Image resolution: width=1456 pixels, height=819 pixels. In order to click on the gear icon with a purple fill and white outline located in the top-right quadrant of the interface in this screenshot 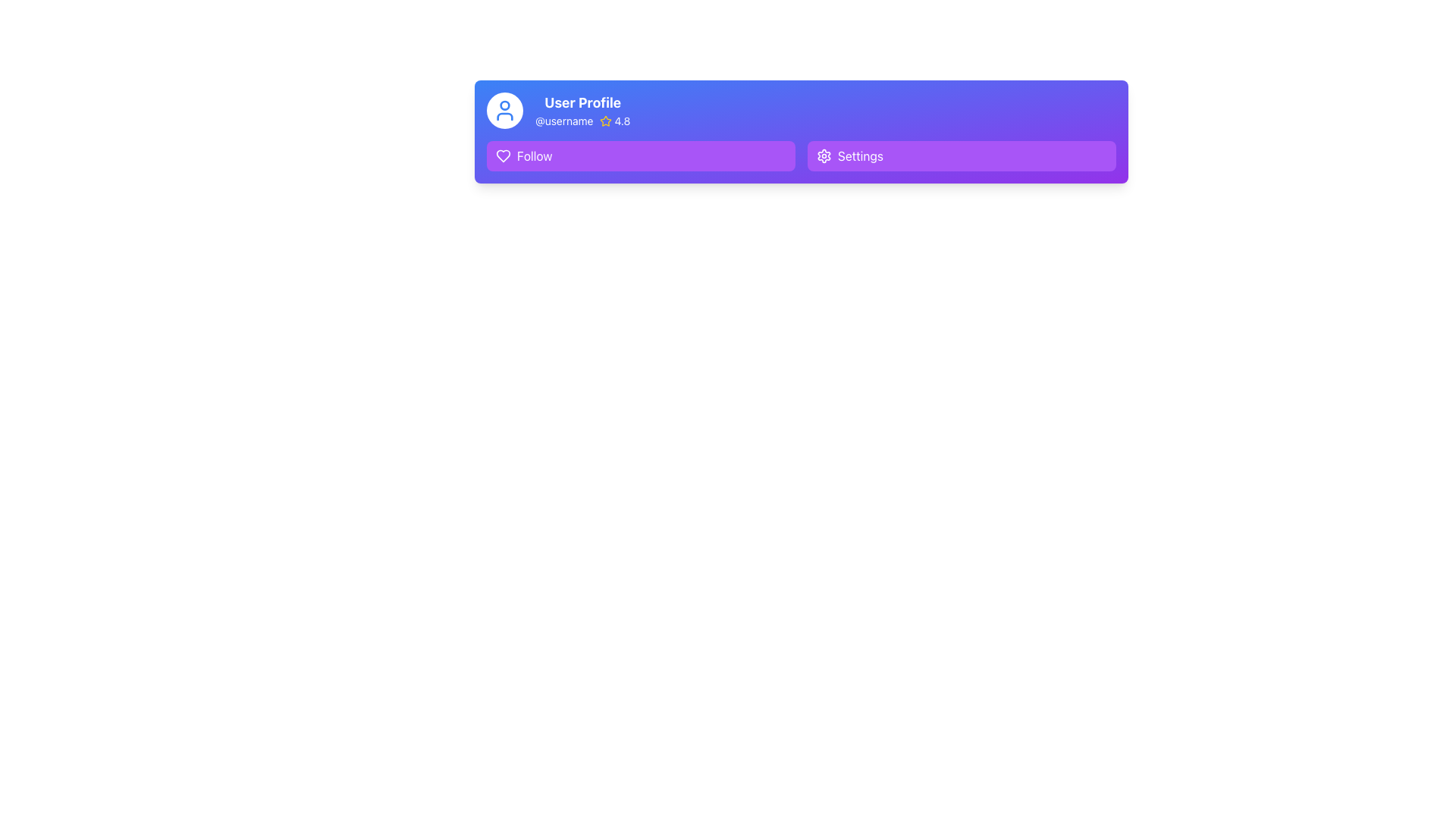, I will do `click(823, 155)`.